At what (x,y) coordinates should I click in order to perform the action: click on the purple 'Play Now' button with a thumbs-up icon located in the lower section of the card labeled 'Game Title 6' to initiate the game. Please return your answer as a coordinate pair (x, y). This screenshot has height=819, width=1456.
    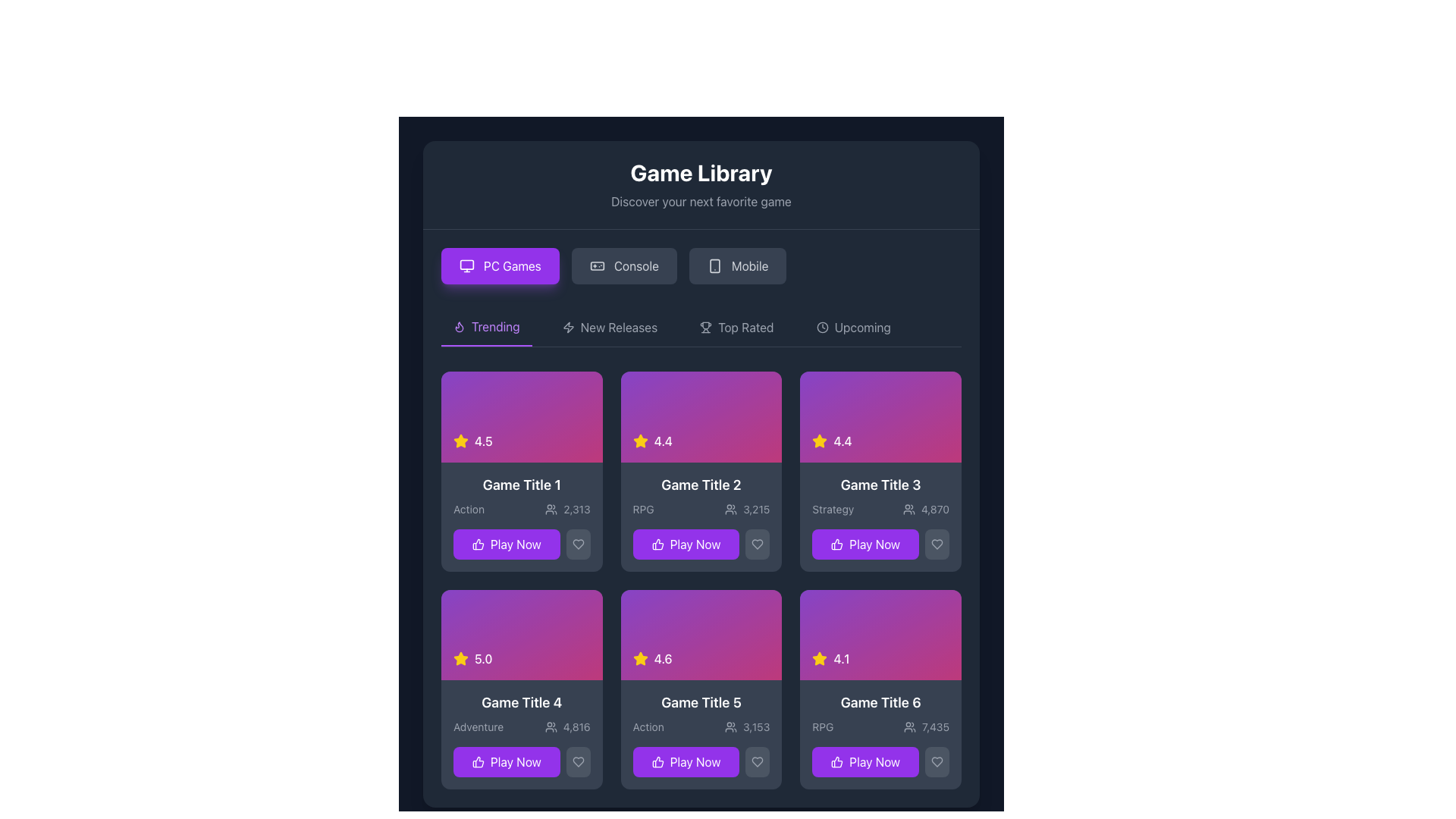
    Looking at the image, I should click on (880, 762).